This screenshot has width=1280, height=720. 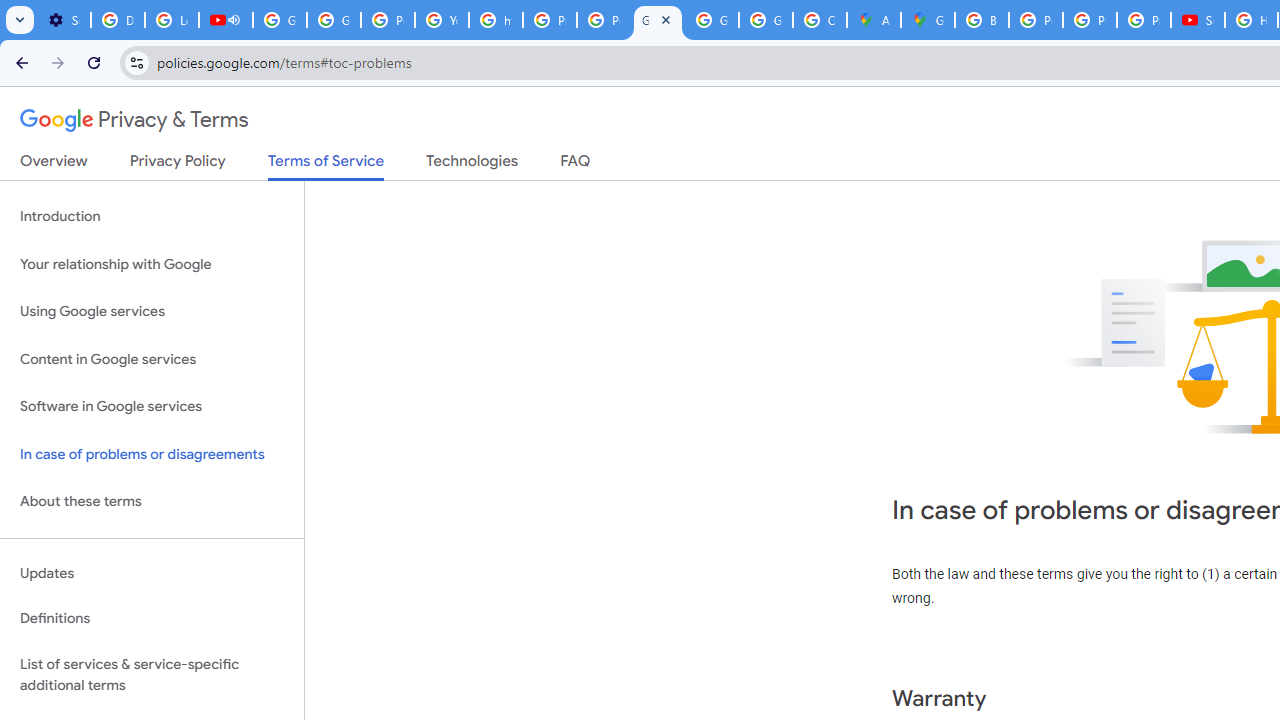 What do you see at coordinates (171, 20) in the screenshot?
I see `'Learn how to find your photos - Google Photos Help'` at bounding box center [171, 20].